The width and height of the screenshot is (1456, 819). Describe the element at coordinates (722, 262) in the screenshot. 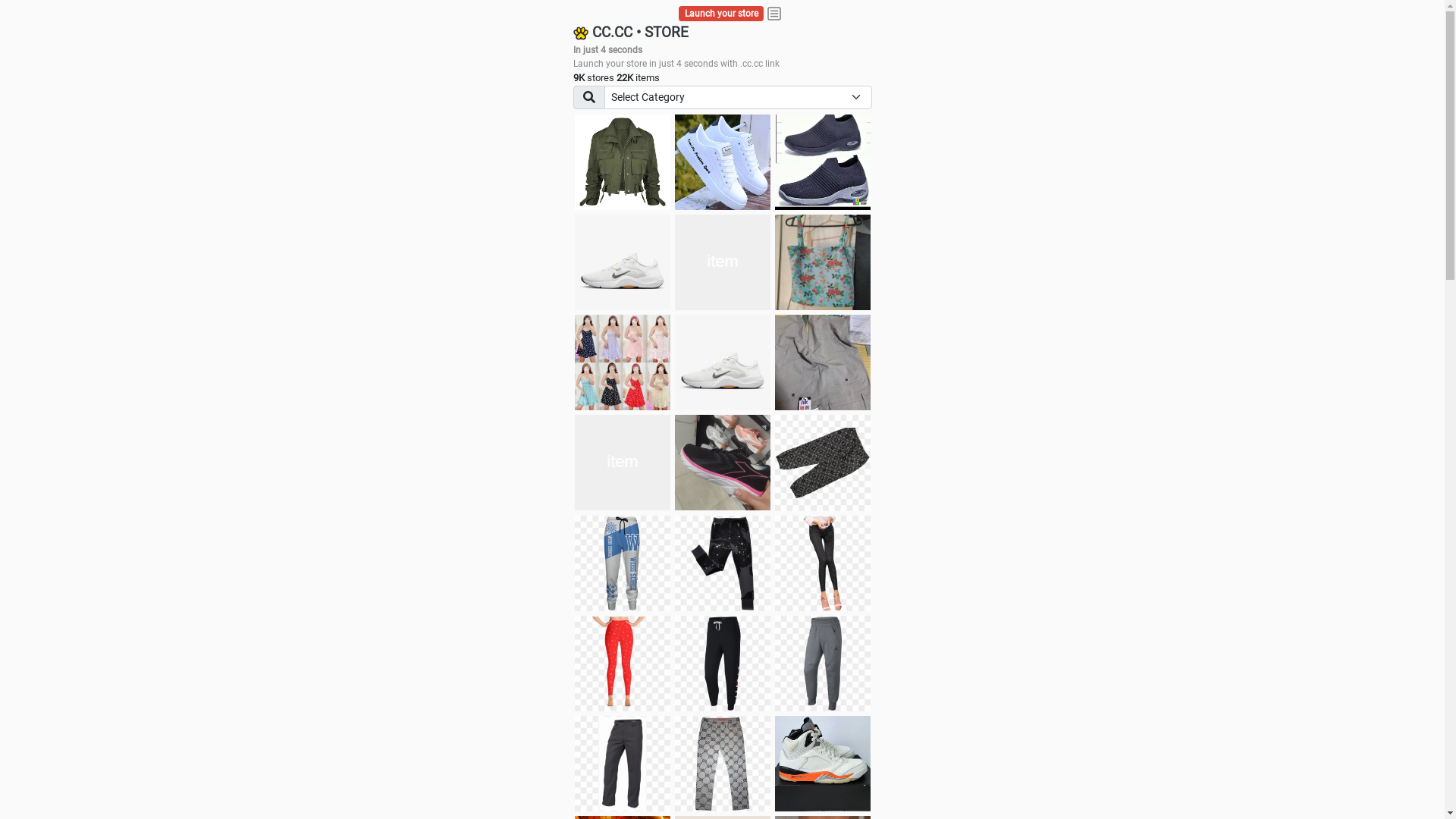

I see `'Things we need'` at that location.